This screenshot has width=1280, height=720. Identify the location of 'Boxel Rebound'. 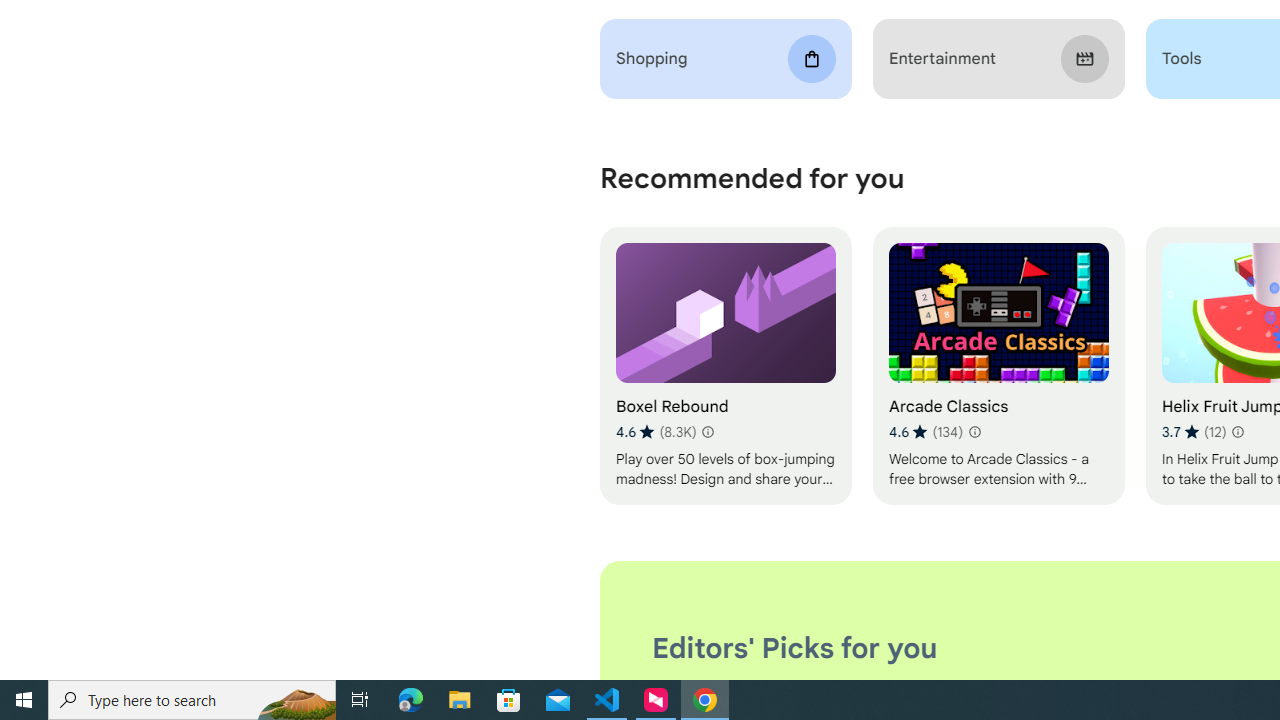
(724, 366).